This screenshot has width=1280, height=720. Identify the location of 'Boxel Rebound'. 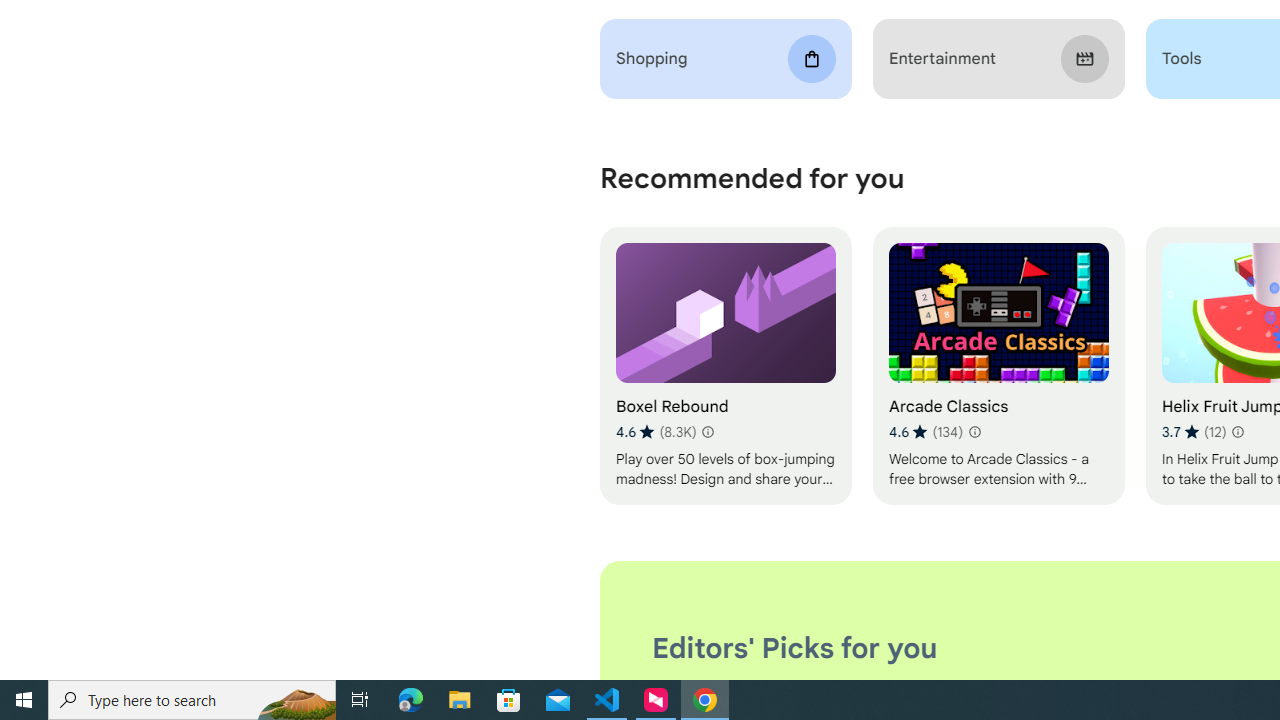
(724, 366).